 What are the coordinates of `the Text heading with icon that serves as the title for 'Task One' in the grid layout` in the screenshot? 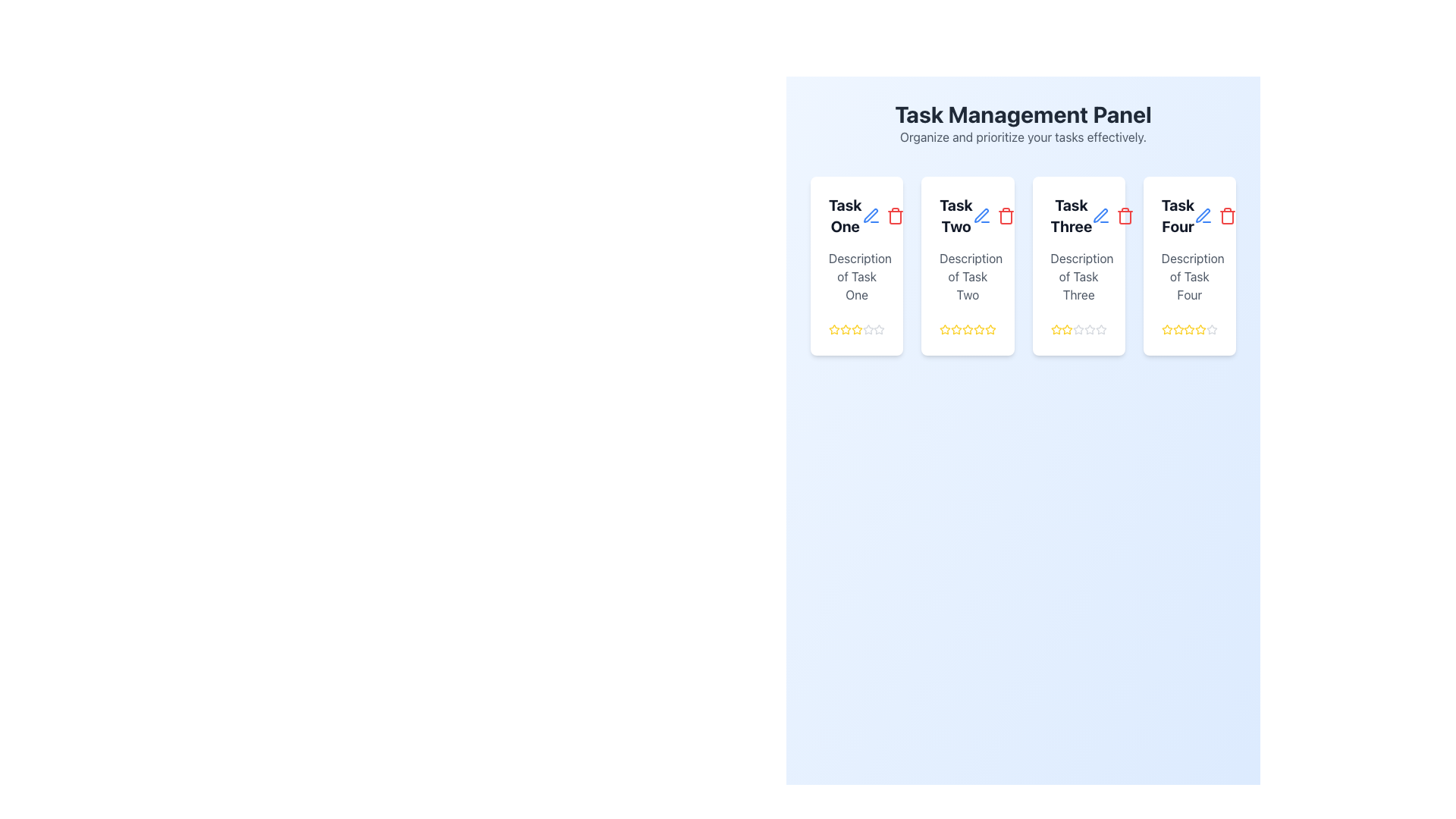 It's located at (857, 216).